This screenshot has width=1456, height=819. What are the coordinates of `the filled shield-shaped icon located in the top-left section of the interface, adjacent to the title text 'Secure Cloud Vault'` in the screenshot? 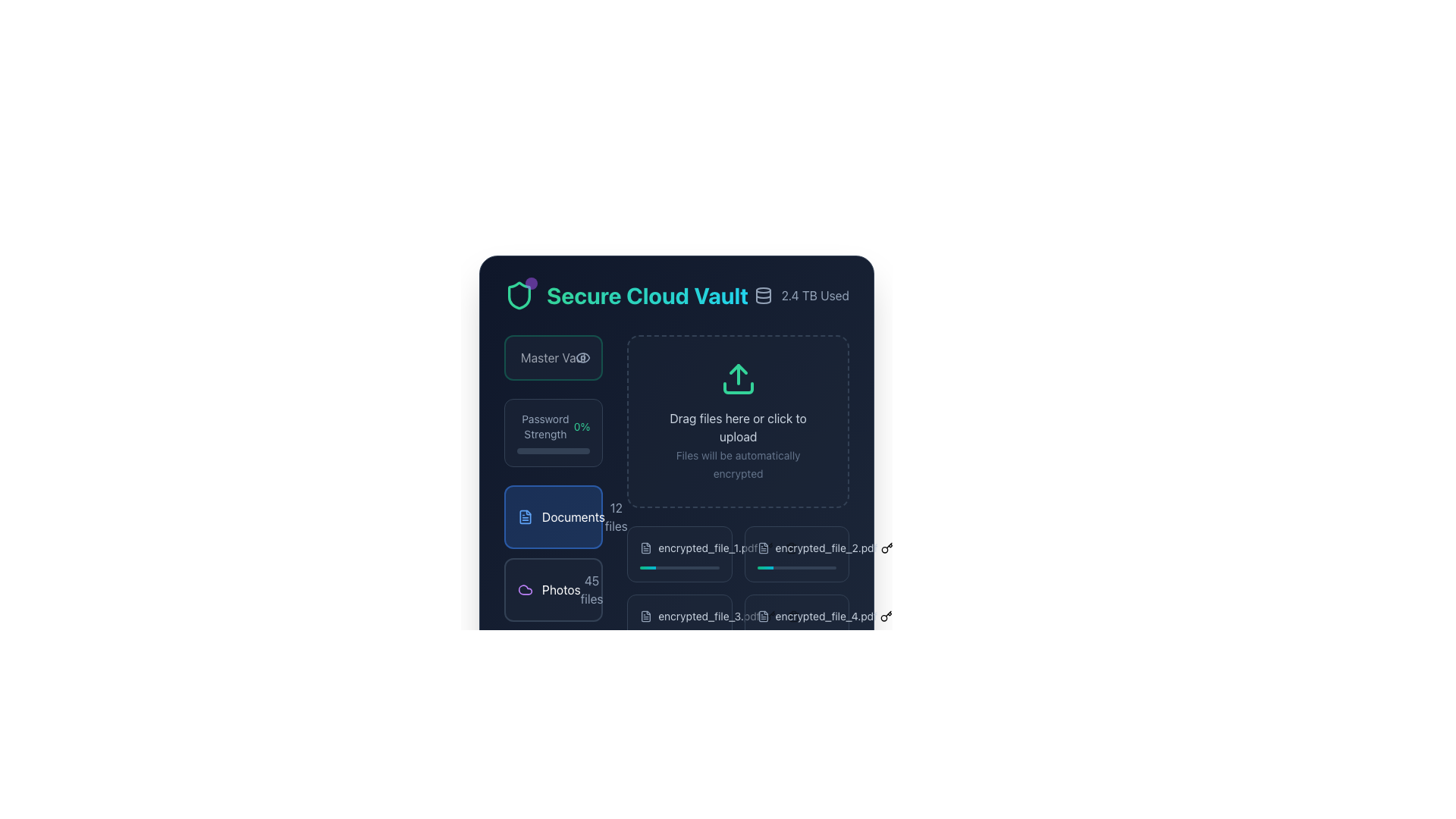 It's located at (519, 295).